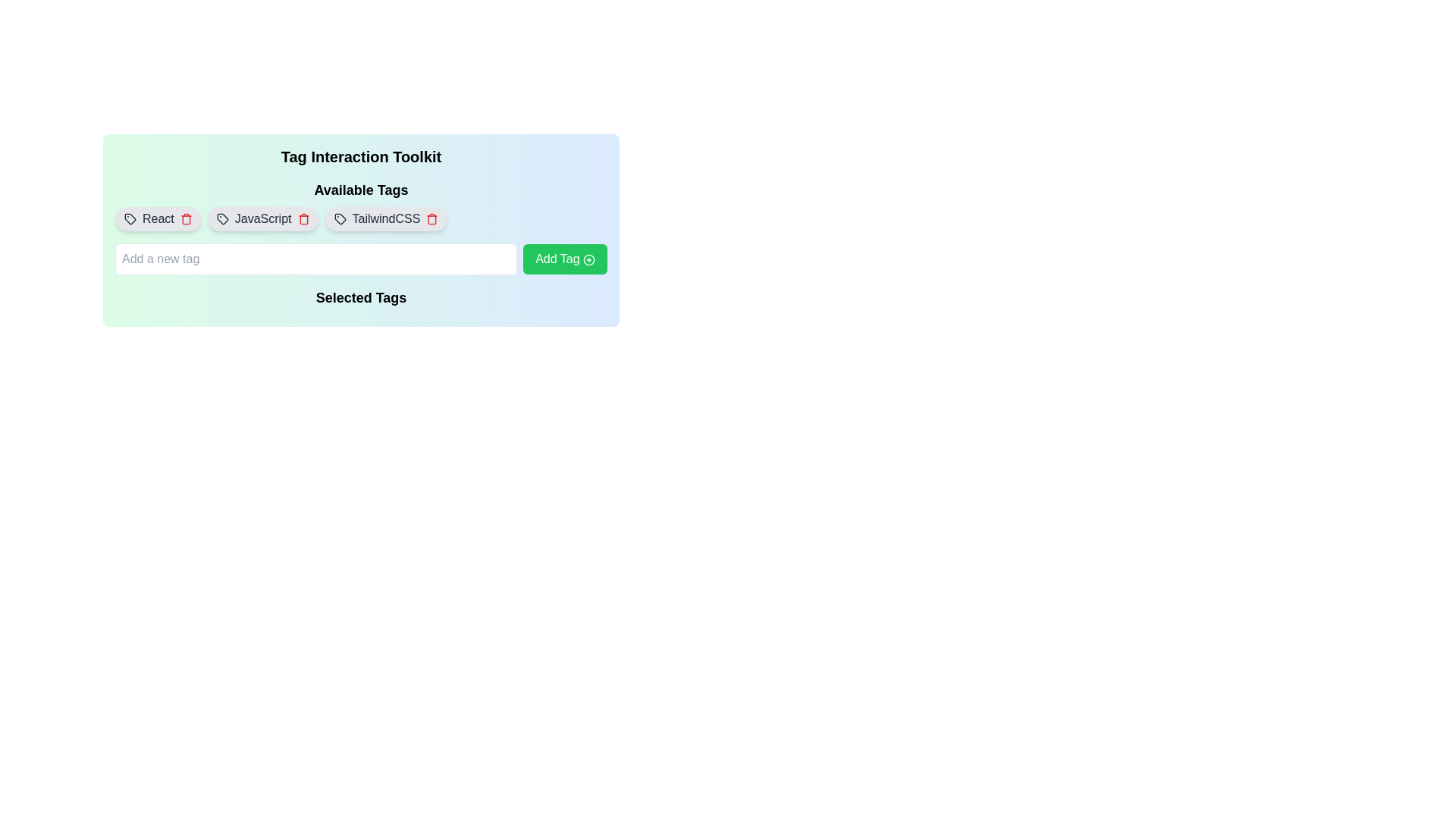 Image resolution: width=1456 pixels, height=819 pixels. I want to click on the vector graphic element resembling a tag icon, which is part of an SVG icon located to the right of the 'TailwindCSS' tag button in the 'Available Tags' section, so click(339, 219).